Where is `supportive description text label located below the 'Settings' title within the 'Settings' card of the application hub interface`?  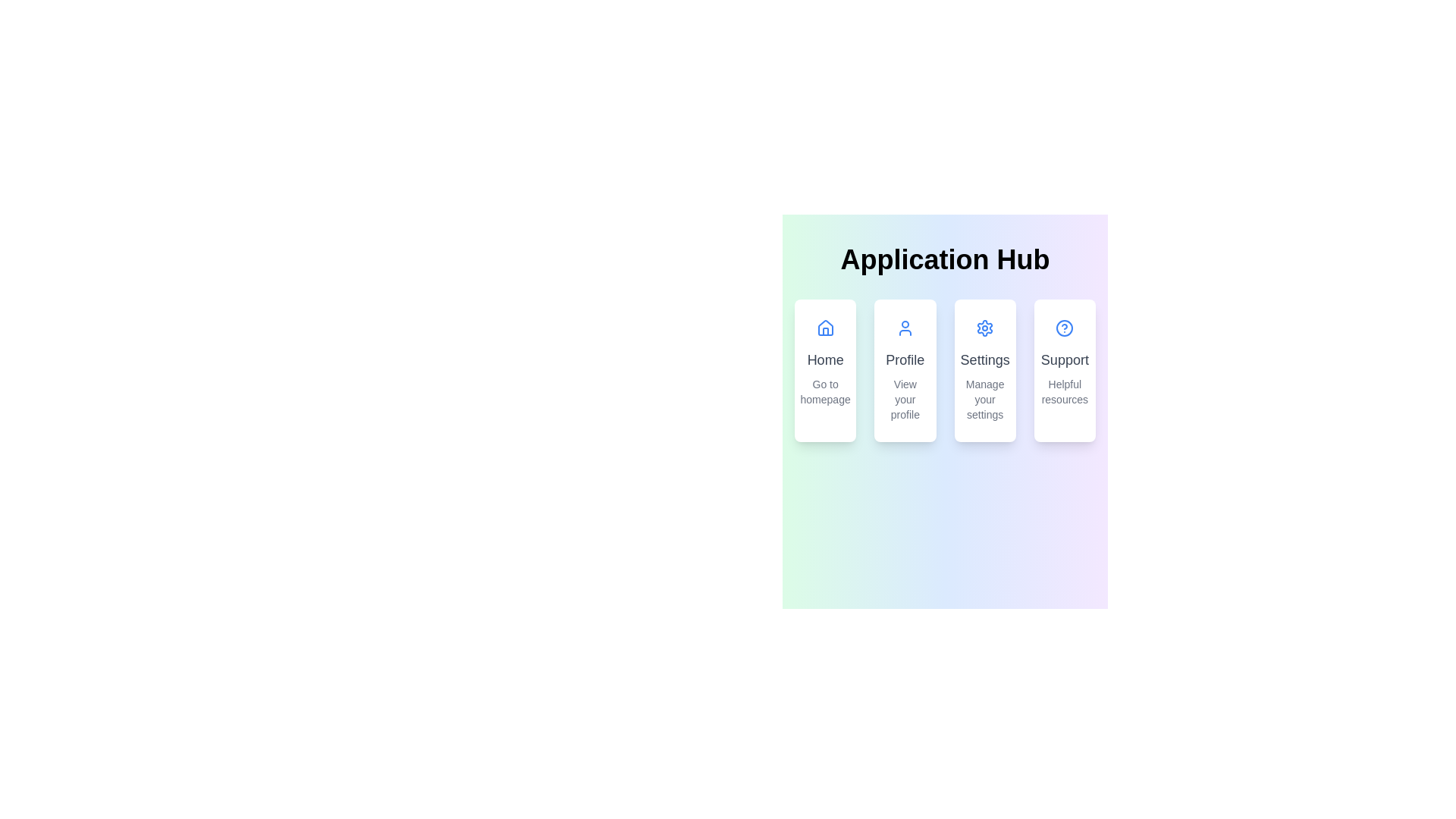 supportive description text label located below the 'Settings' title within the 'Settings' card of the application hub interface is located at coordinates (985, 399).